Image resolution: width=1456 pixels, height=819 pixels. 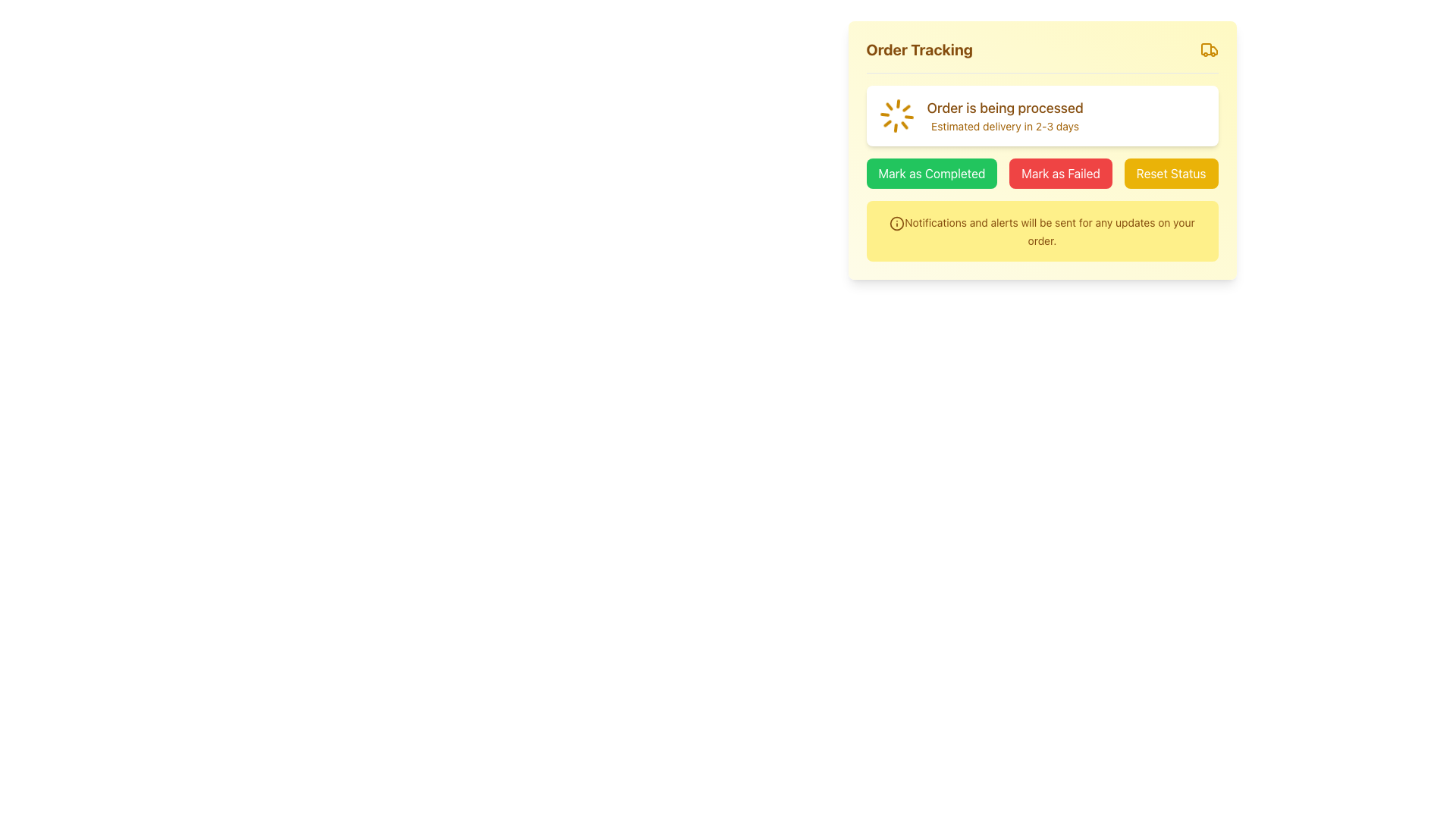 What do you see at coordinates (1060, 172) in the screenshot?
I see `the second button that marks the order as failed, located below the 'Order is being processed' text block, to observe style changes` at bounding box center [1060, 172].